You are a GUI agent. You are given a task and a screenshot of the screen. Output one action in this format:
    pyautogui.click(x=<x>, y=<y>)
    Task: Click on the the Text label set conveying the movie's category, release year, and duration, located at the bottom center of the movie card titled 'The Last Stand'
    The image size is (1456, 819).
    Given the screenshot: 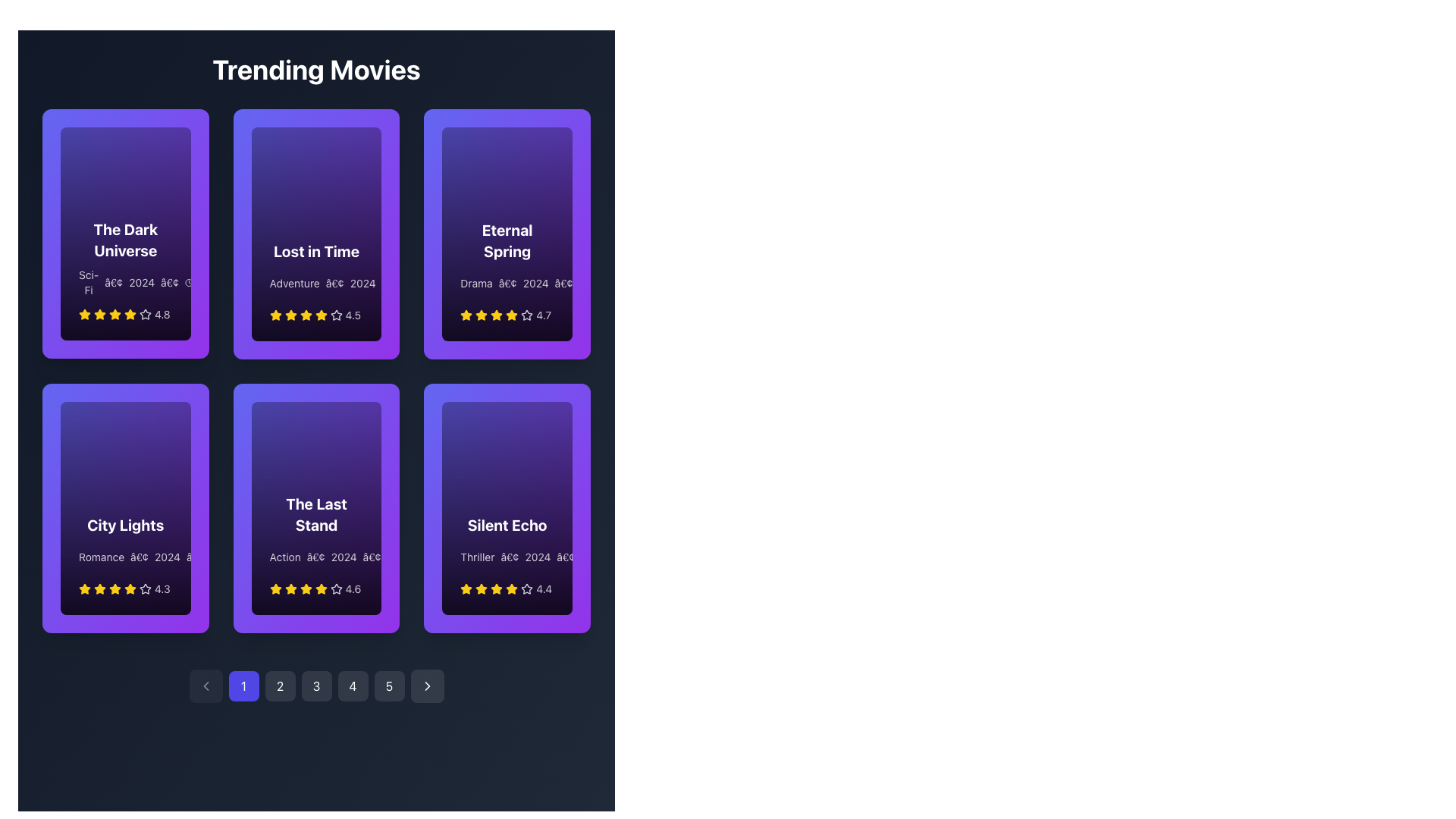 What is the action you would take?
    pyautogui.click(x=315, y=557)
    